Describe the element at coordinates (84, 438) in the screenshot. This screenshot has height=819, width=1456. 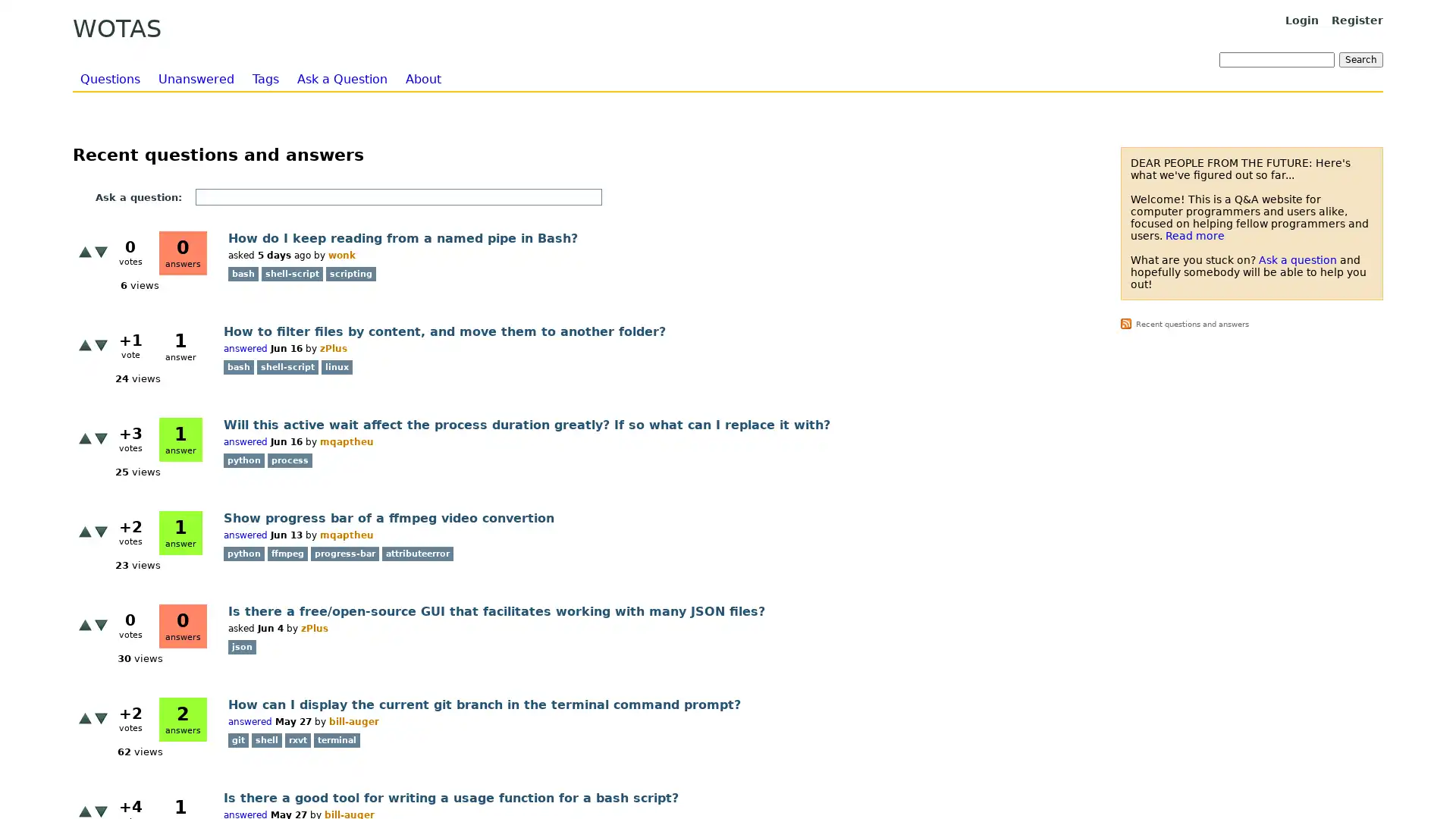
I see `+` at that location.